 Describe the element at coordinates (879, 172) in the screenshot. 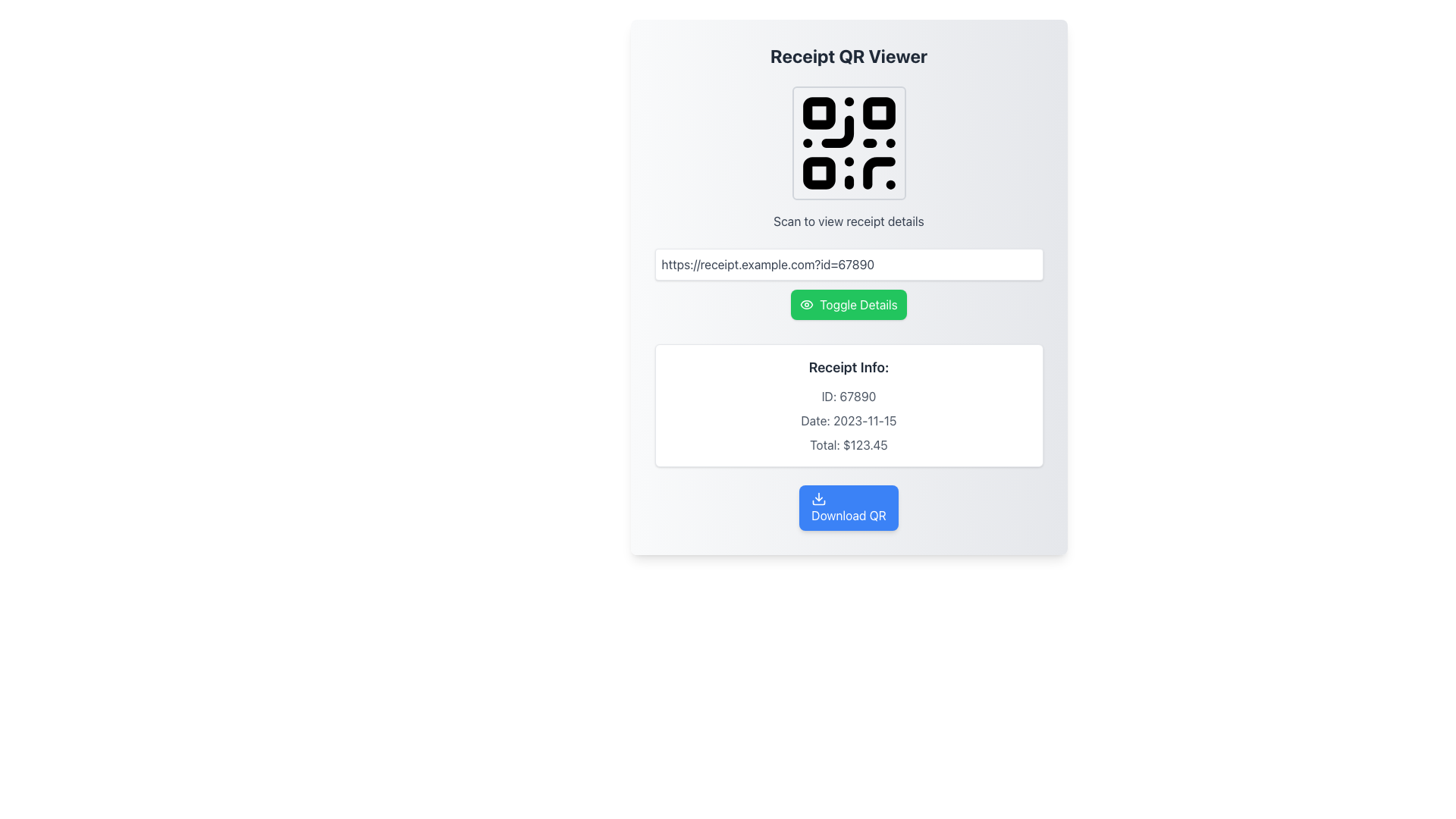

I see `the curved line segment that is part of a QR code graphic located in the top section of the interface above the input field` at that location.